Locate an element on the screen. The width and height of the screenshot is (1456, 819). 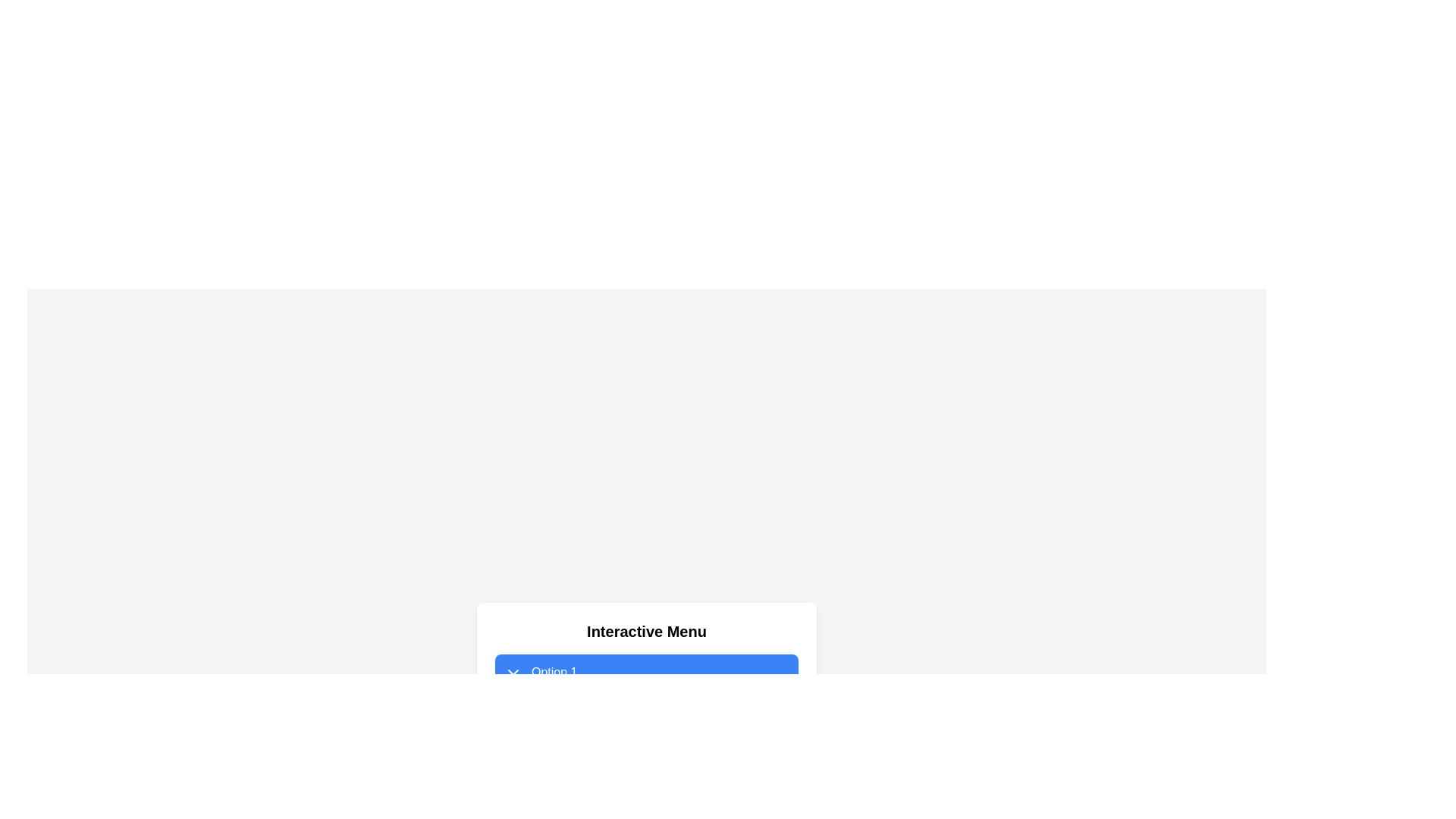
the chevron-down icon next to 'Option 1' in the drop-down menu is located at coordinates (513, 672).